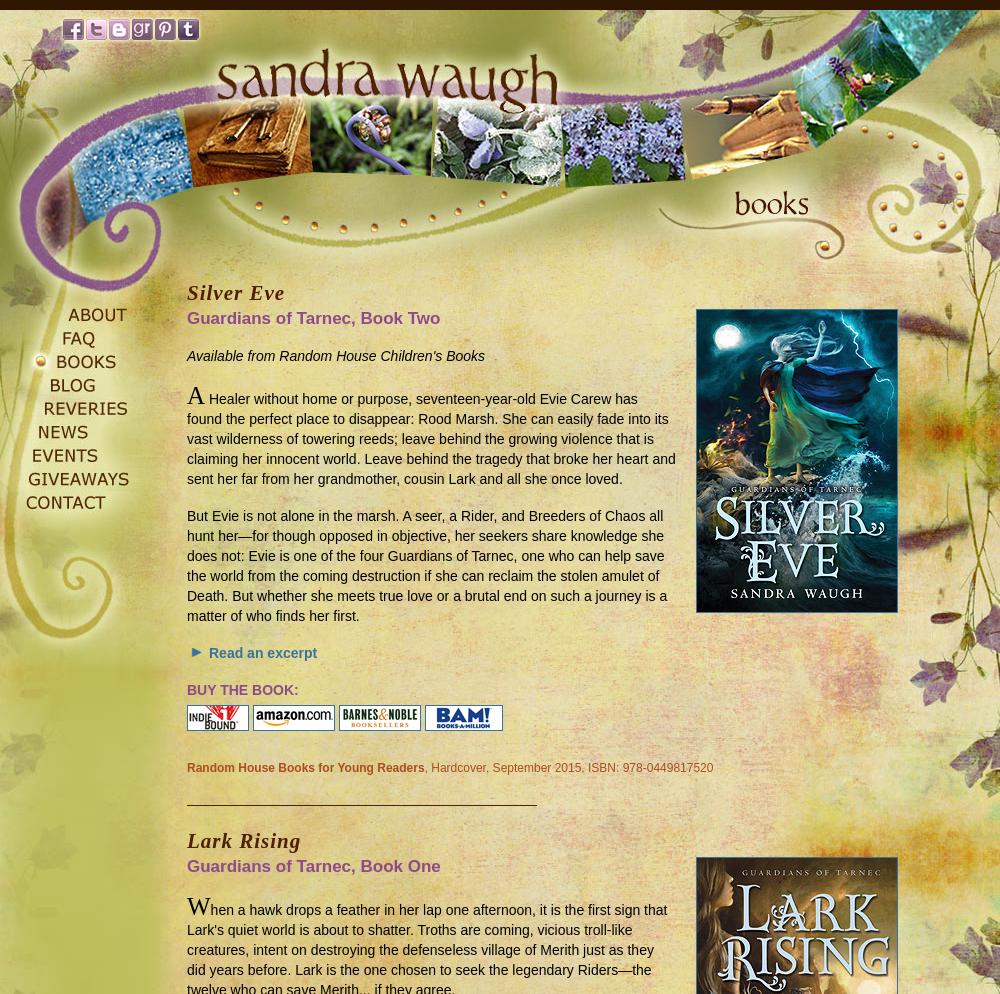 The width and height of the screenshot is (1000, 994). Describe the element at coordinates (187, 318) in the screenshot. I see `'Guardians of Tarnec, Book Two'` at that location.